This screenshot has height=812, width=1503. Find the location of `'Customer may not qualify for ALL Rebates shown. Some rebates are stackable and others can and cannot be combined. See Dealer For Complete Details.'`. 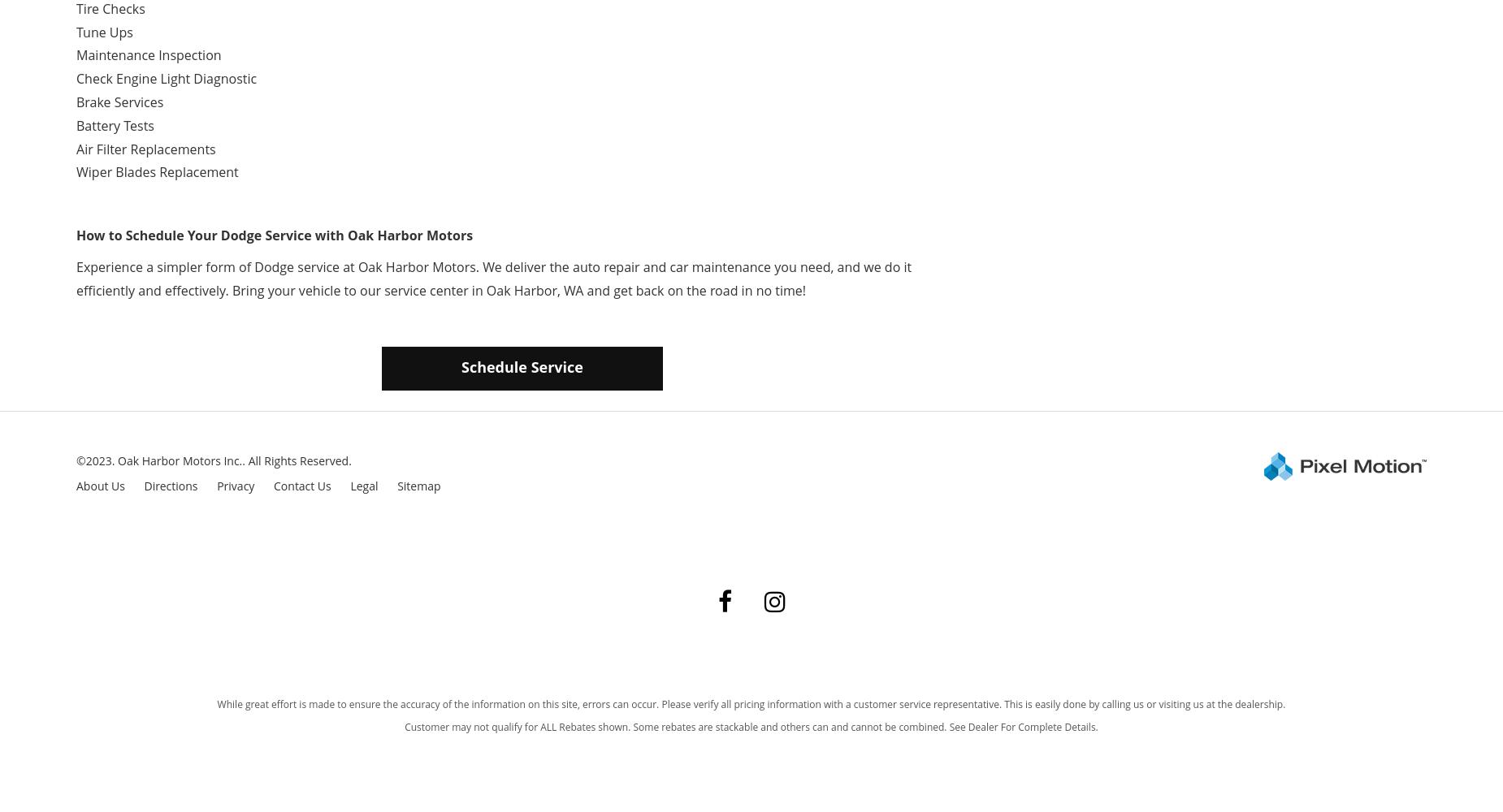

'Customer may not qualify for ALL Rebates shown. Some rebates are stackable and others can and cannot be combined. See Dealer For Complete Details.' is located at coordinates (751, 727).